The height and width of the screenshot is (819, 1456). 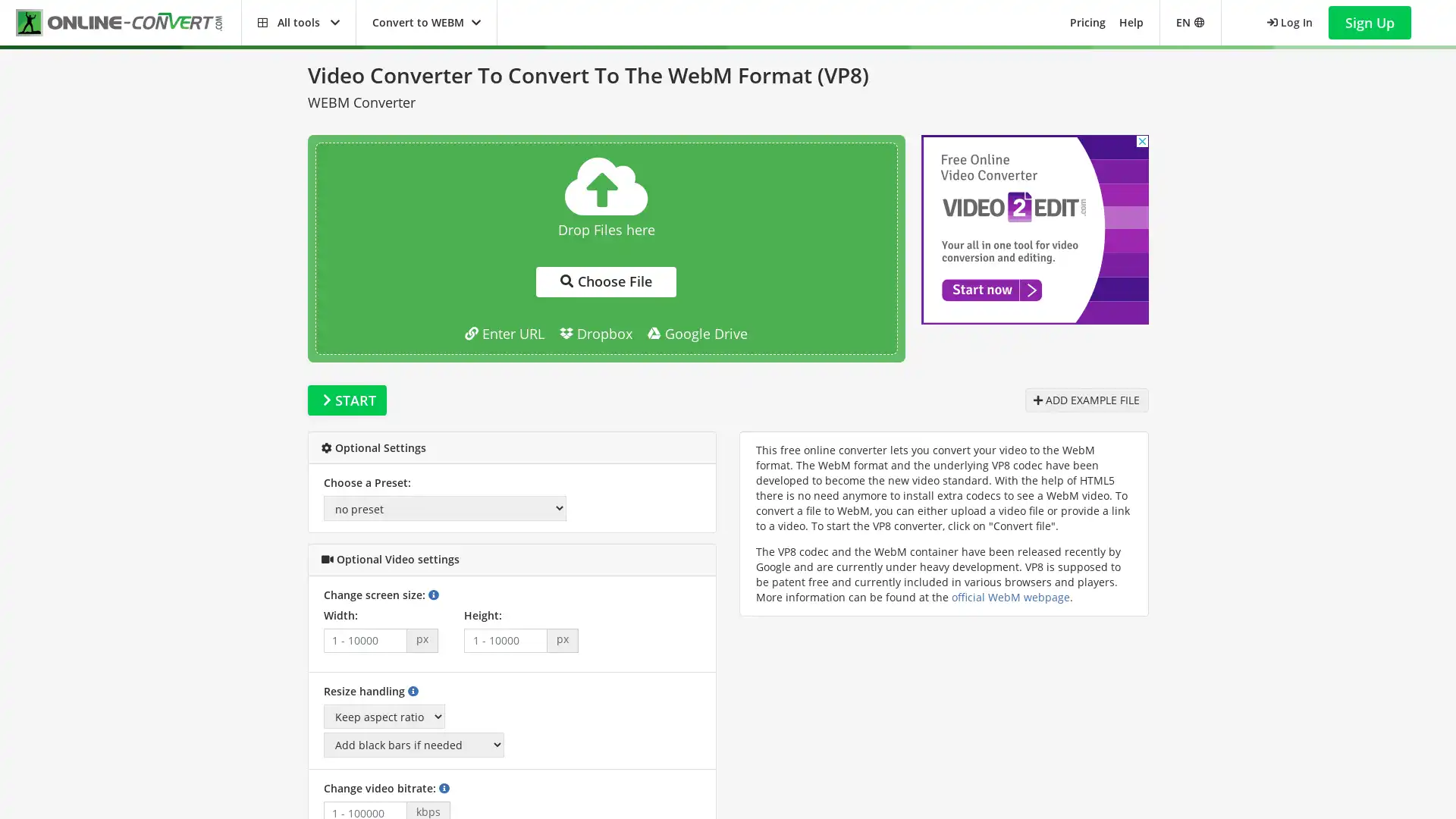 What do you see at coordinates (1085, 399) in the screenshot?
I see `ADD EXAMPLE FILE` at bounding box center [1085, 399].